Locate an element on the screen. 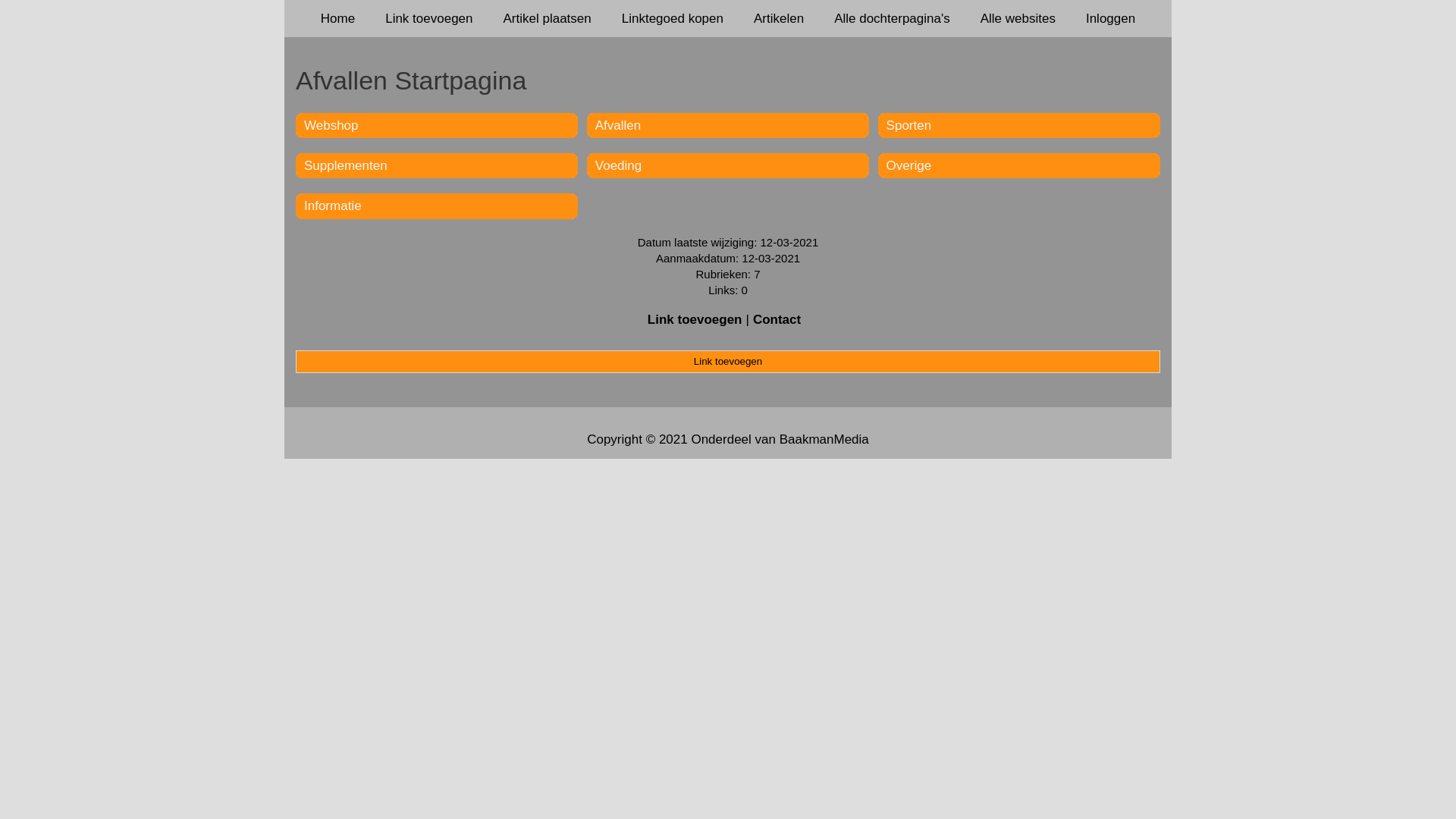  'Artikel plaatsen' is located at coordinates (546, 18).